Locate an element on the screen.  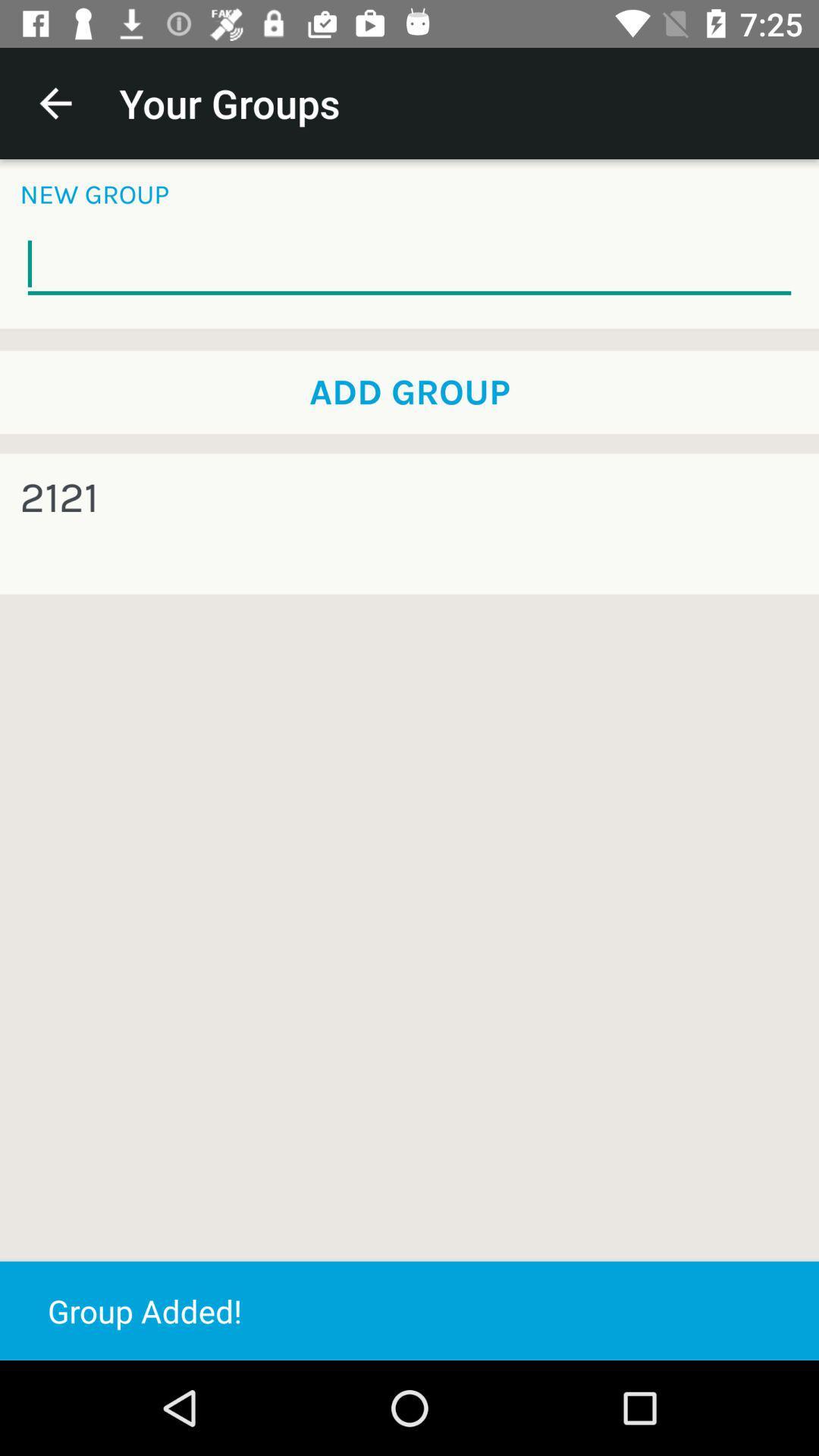
add group is located at coordinates (409, 392).